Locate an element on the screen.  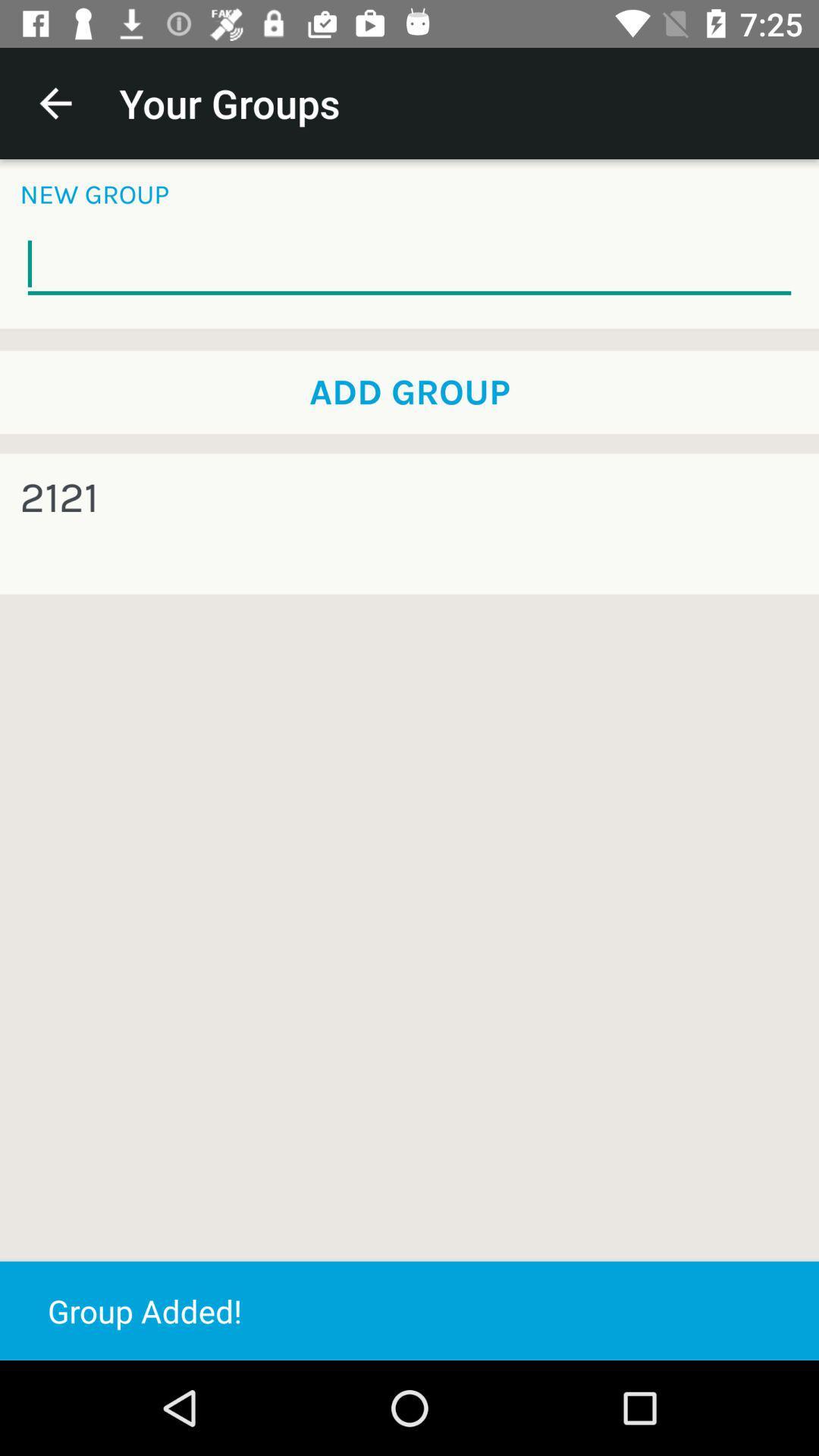
add group is located at coordinates (409, 392).